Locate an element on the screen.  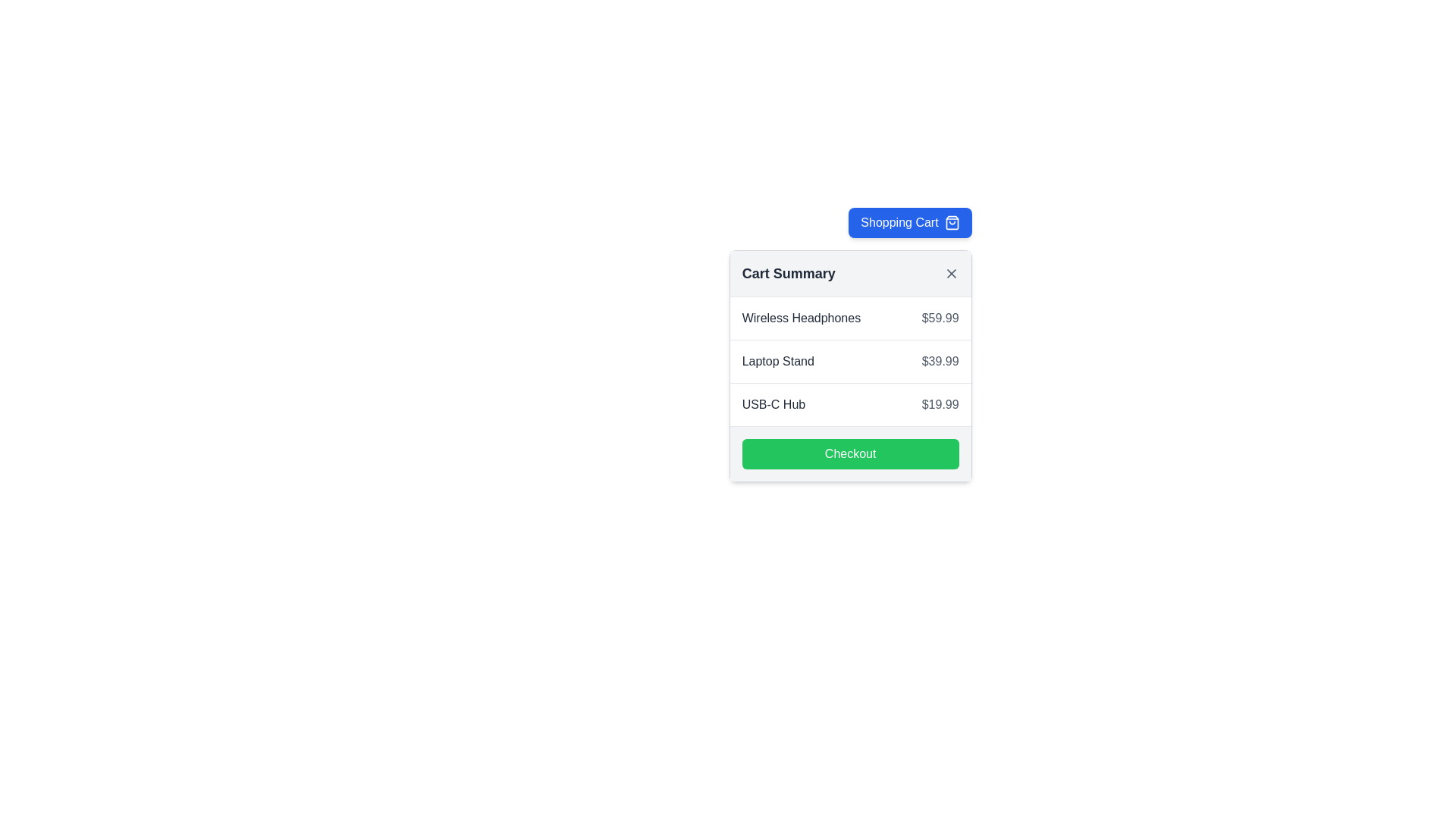
the shopping bag icon, which is the main outline within the 'Shopping Cart' button located at the top-right corner of the cart summary dialog is located at coordinates (951, 222).